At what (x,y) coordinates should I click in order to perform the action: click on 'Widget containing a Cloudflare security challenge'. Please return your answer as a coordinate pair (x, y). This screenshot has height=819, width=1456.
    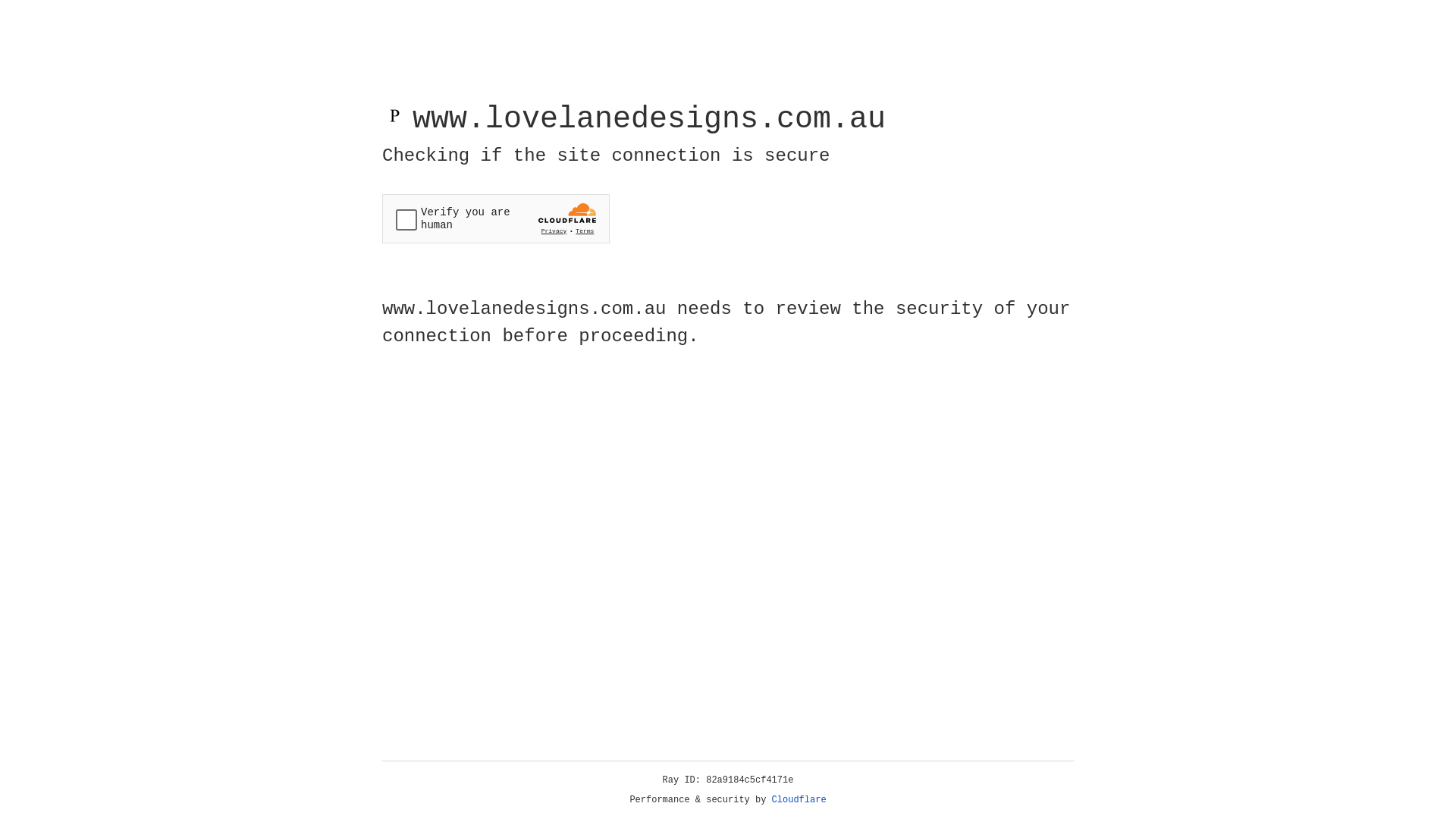
    Looking at the image, I should click on (495, 218).